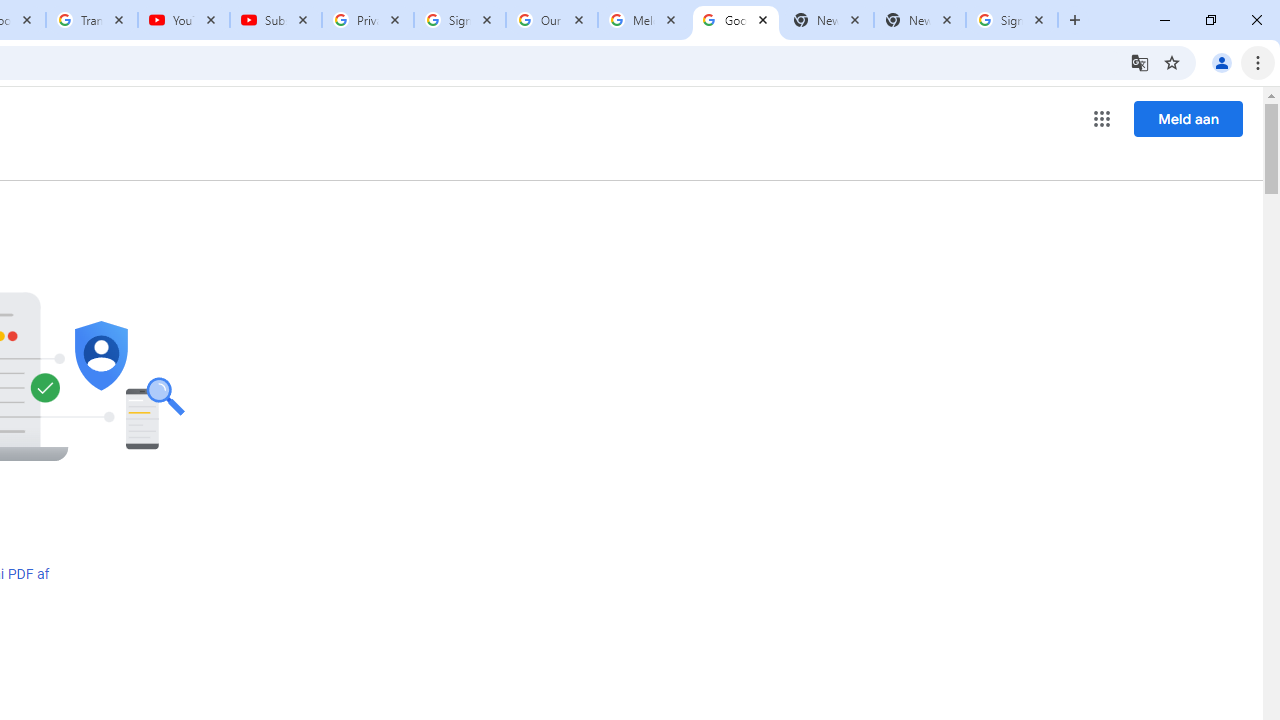 The width and height of the screenshot is (1280, 720). I want to click on 'Sign in - Google Accounts', so click(458, 20).